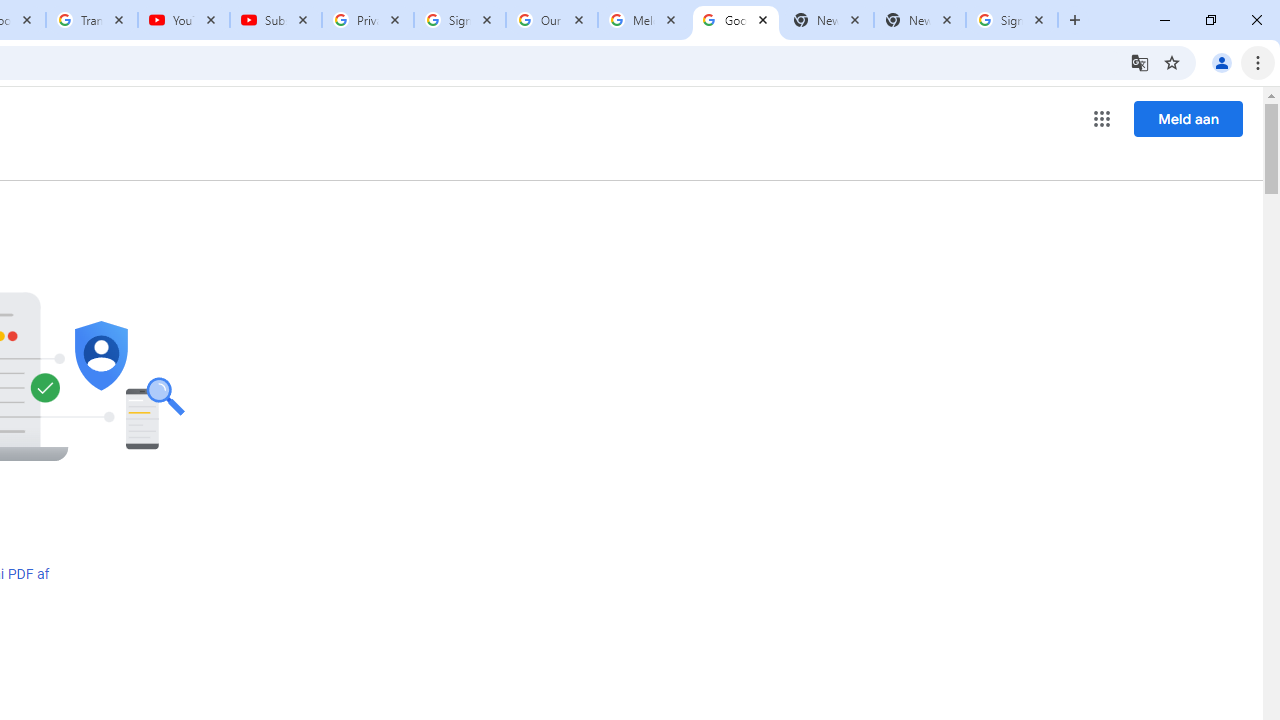 The width and height of the screenshot is (1280, 720). I want to click on 'Sign in - Google Accounts', so click(458, 20).